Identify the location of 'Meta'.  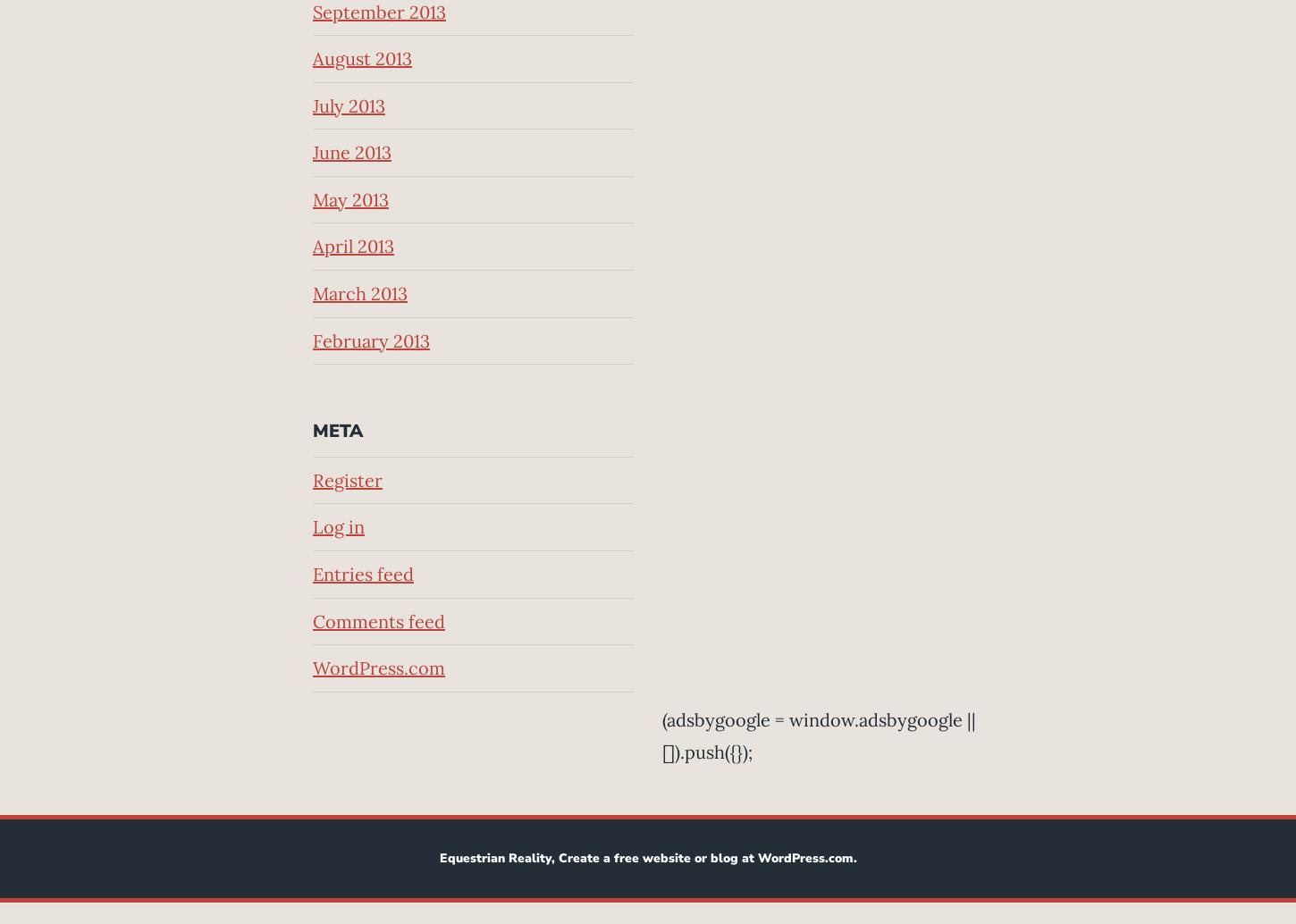
(337, 430).